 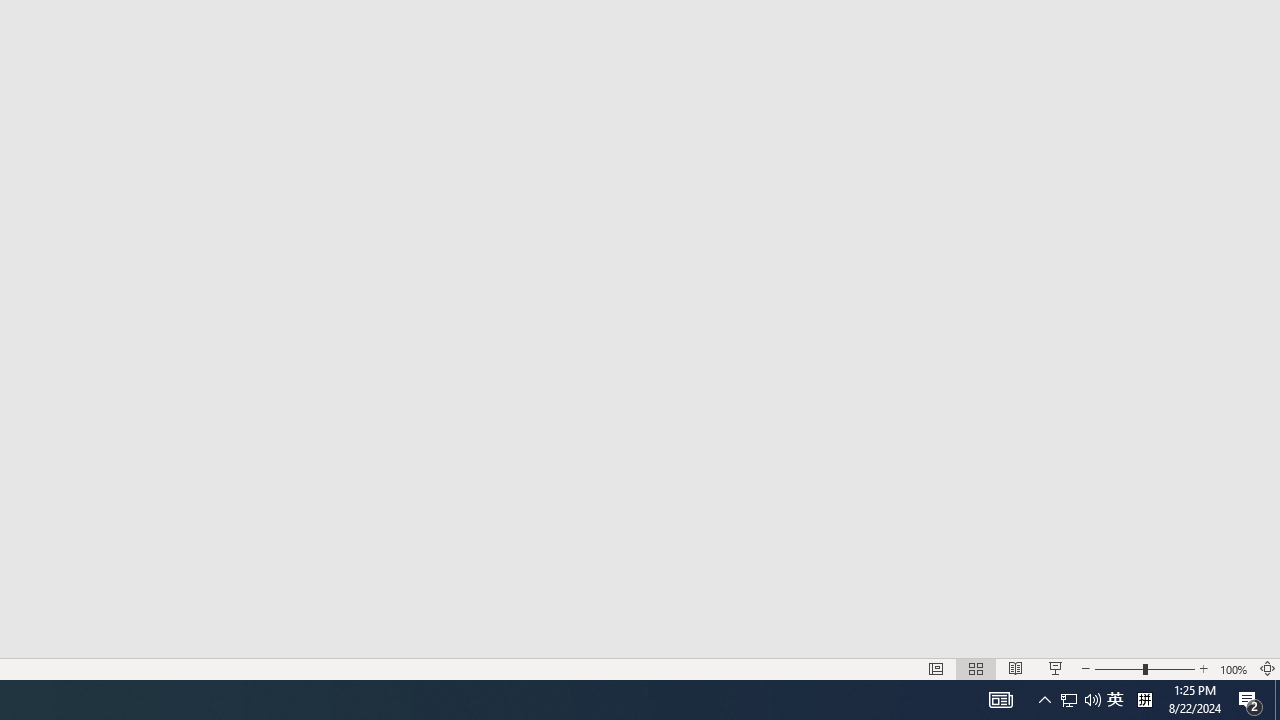 What do you see at coordinates (1266, 669) in the screenshot?
I see `'Zoom to Fit '` at bounding box center [1266, 669].